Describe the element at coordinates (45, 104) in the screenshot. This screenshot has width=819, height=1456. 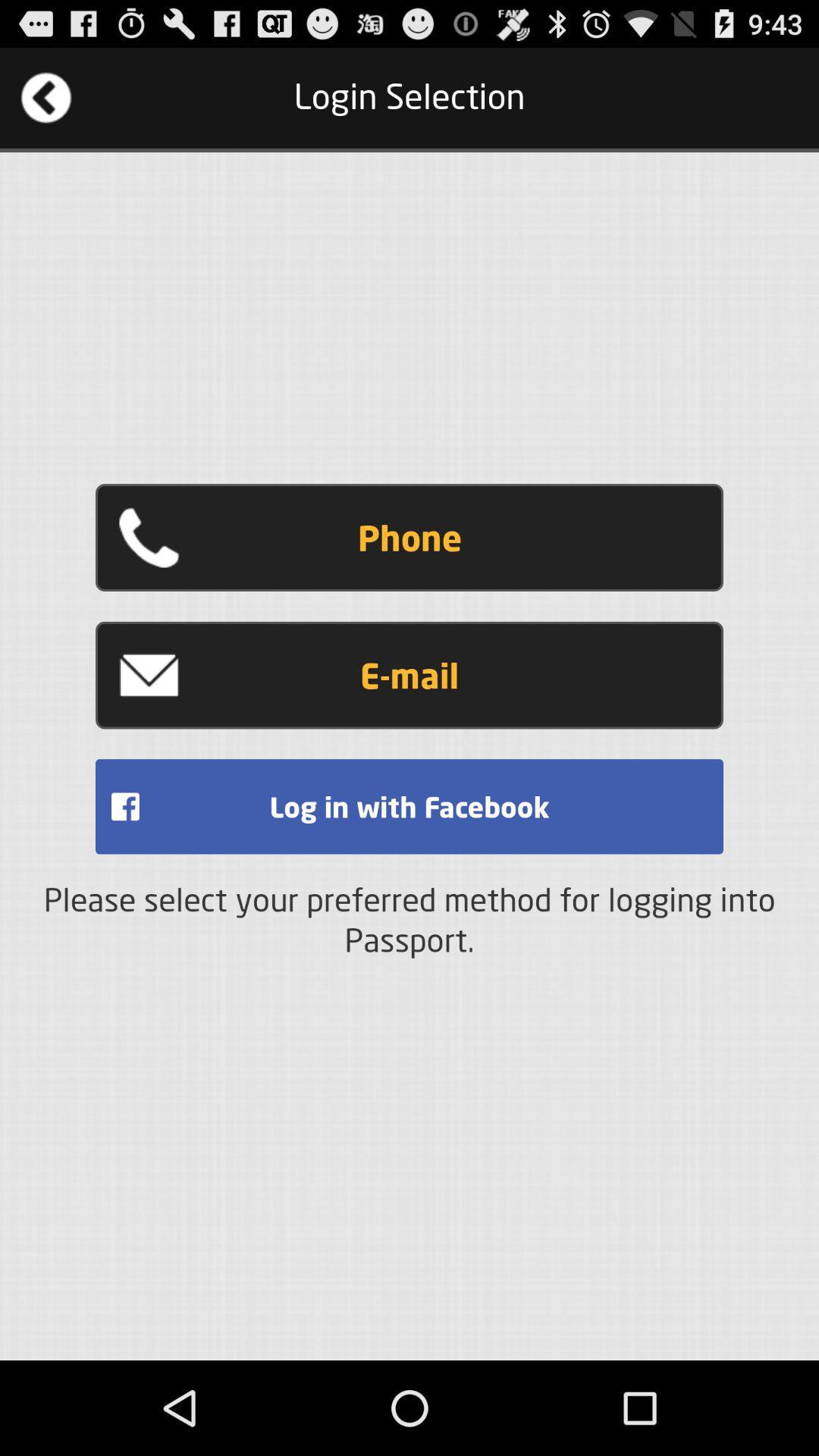
I see `the arrow_backward icon` at that location.